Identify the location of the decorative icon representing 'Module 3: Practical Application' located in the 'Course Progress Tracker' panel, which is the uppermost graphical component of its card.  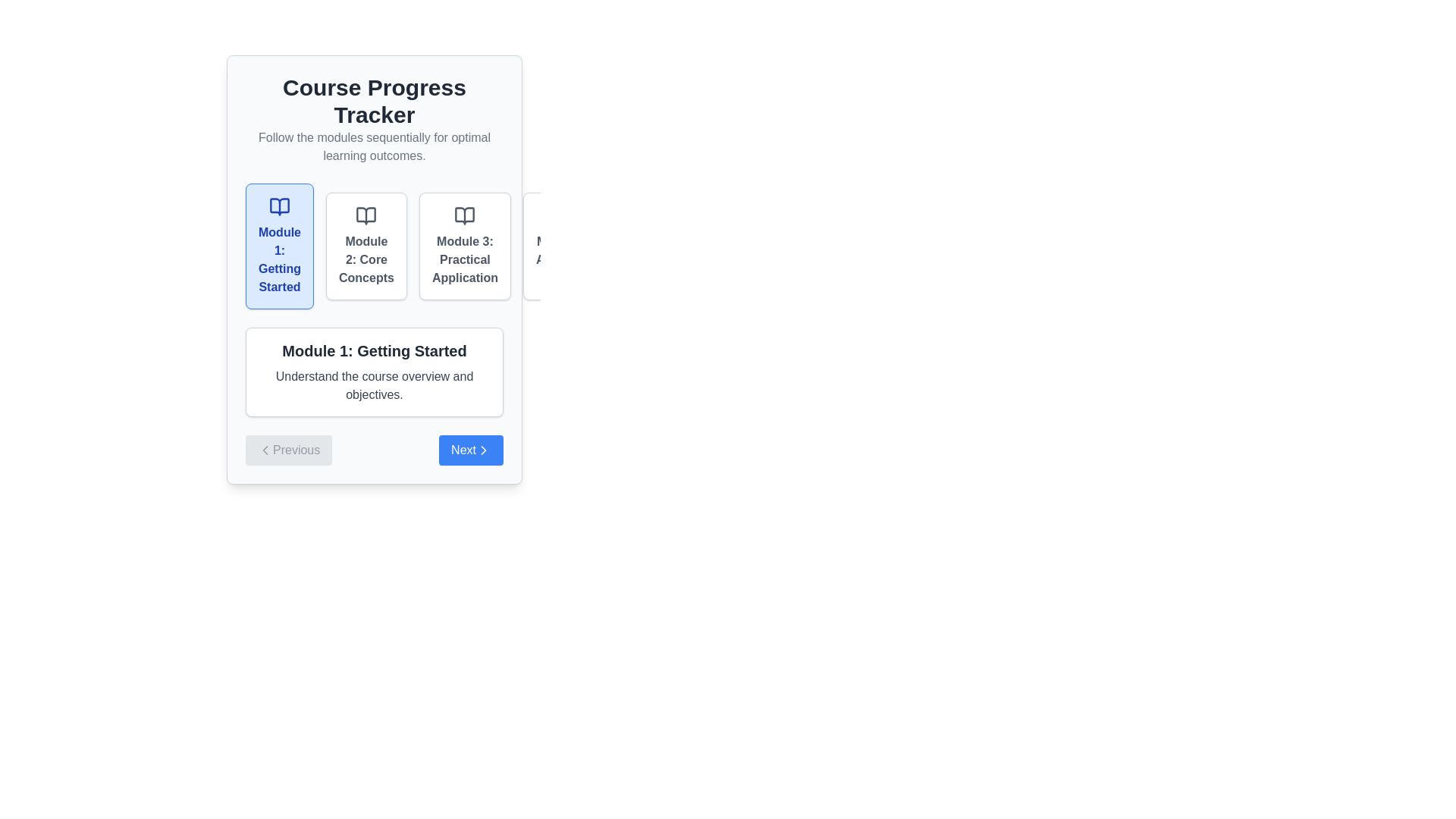
(464, 216).